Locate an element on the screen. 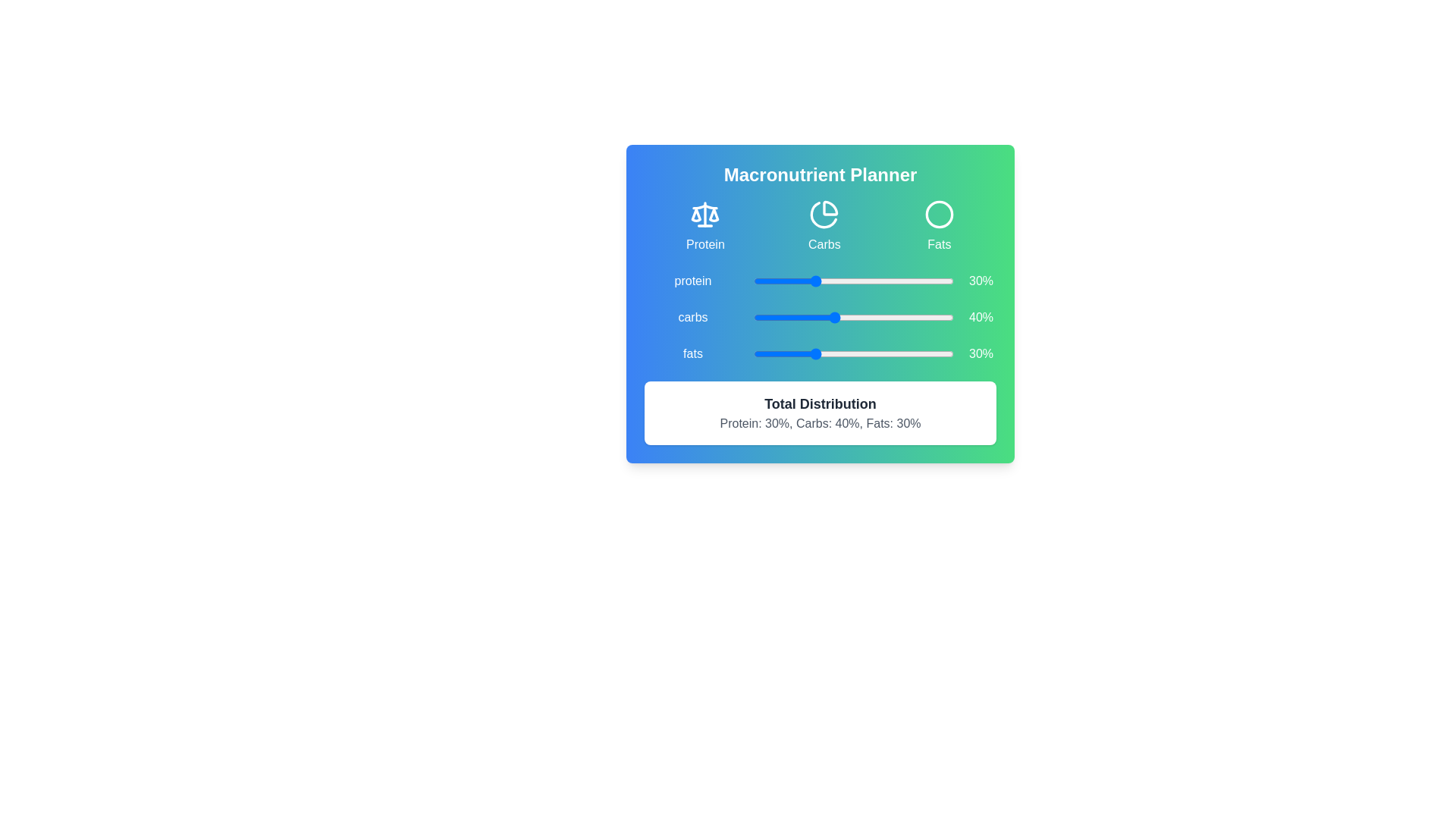 The image size is (1456, 819). the carbs percentage is located at coordinates (864, 317).